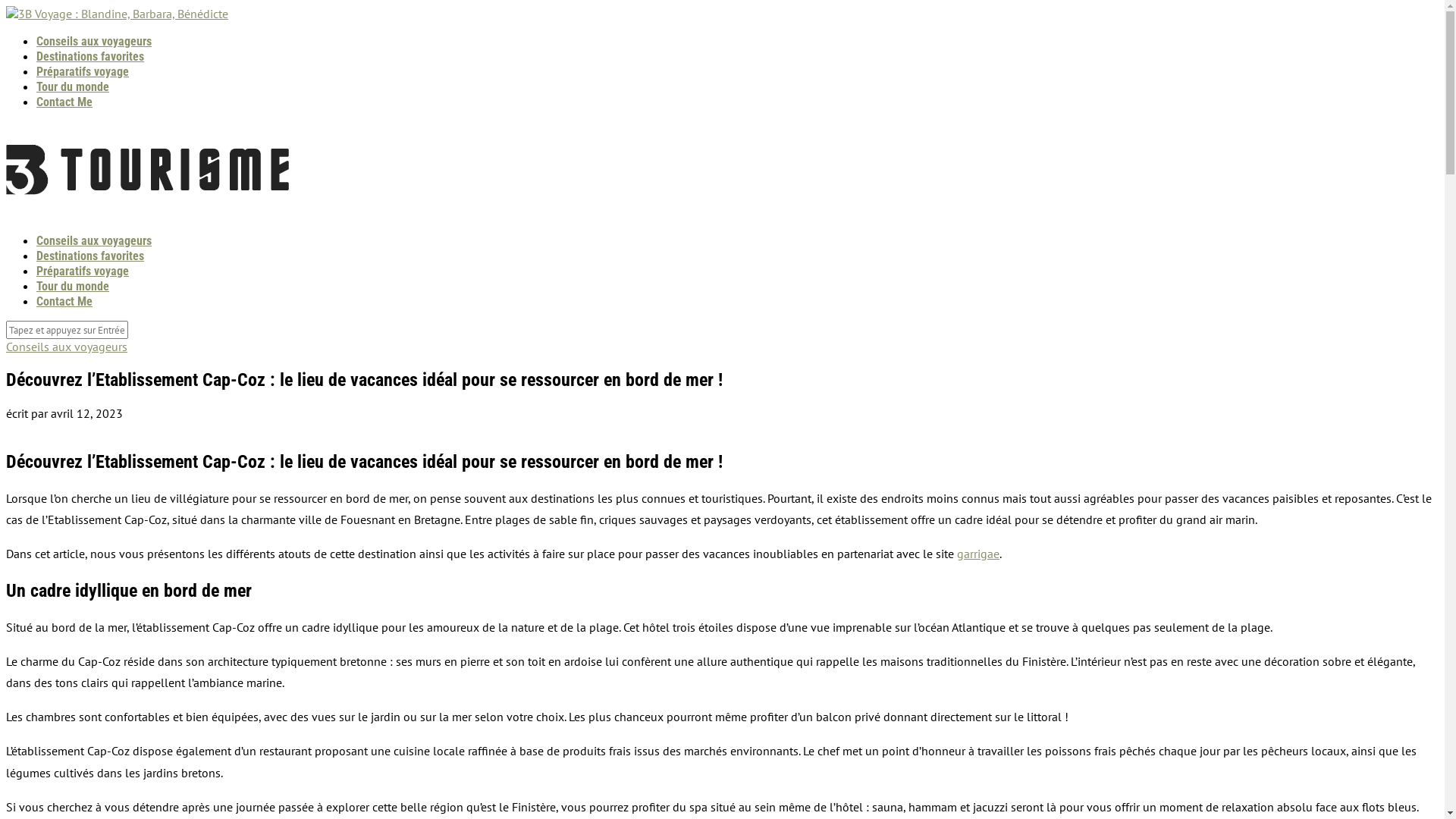  I want to click on 'Conseils aux voyageurs', so click(93, 240).